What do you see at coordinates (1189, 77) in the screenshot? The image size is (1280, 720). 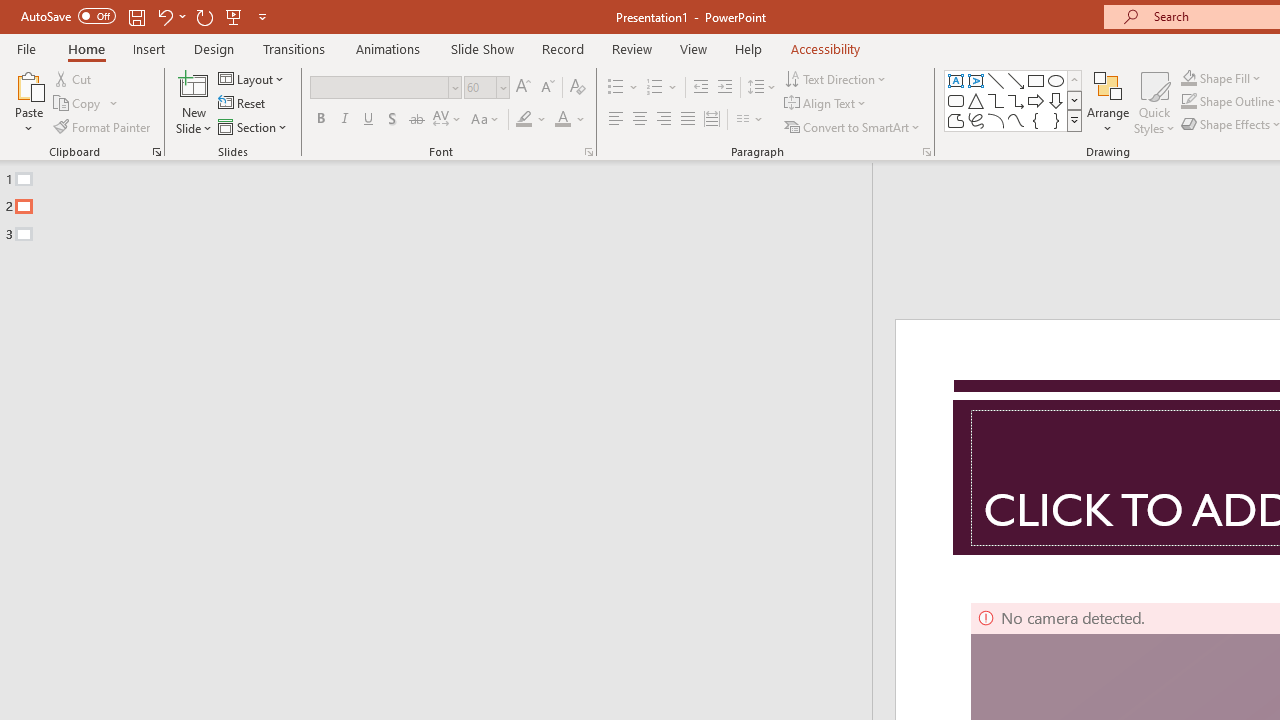 I see `'Shape Fill Orange, Accent 2'` at bounding box center [1189, 77].